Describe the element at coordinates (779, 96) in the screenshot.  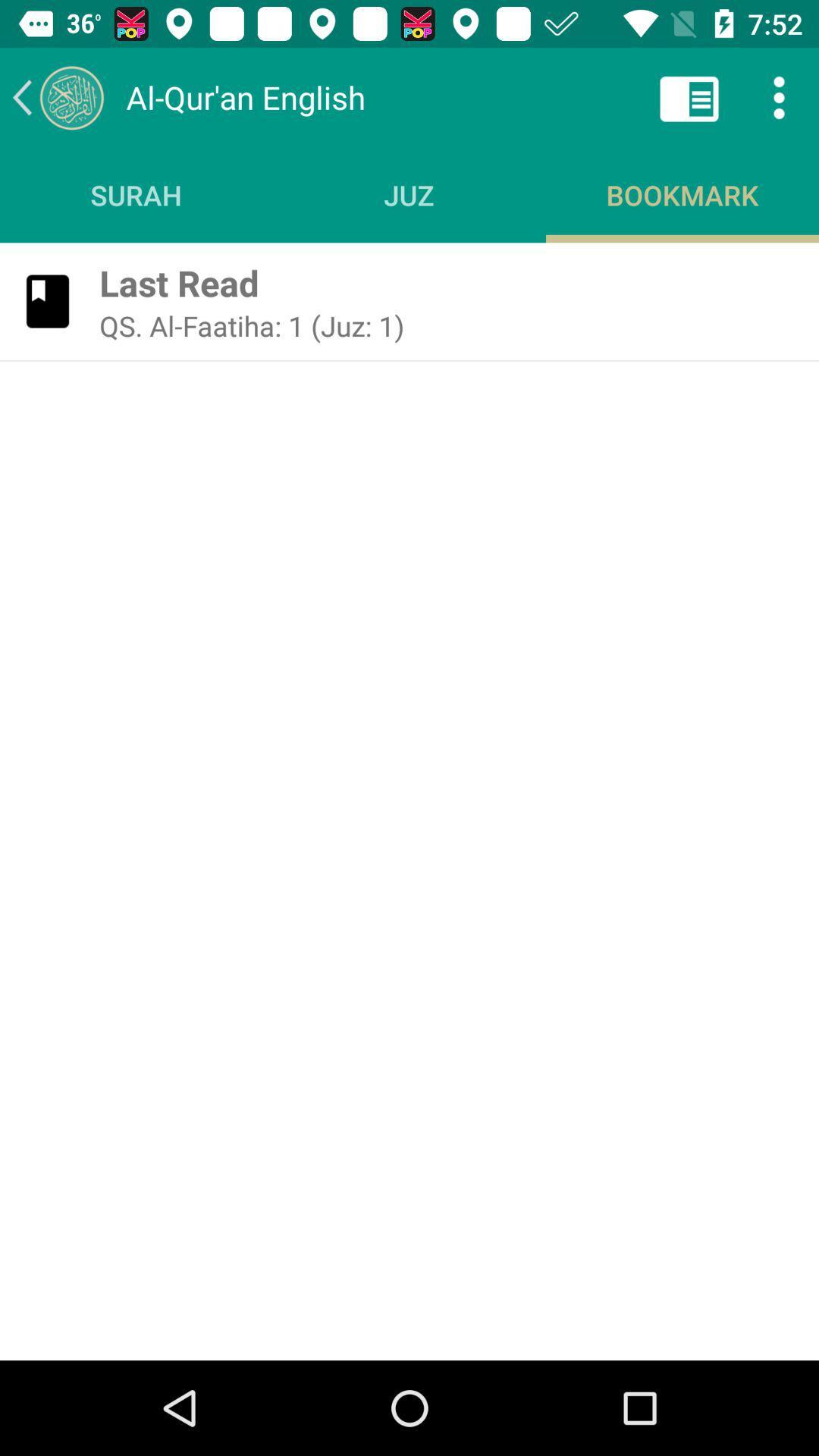
I see `icon above the bookmark` at that location.